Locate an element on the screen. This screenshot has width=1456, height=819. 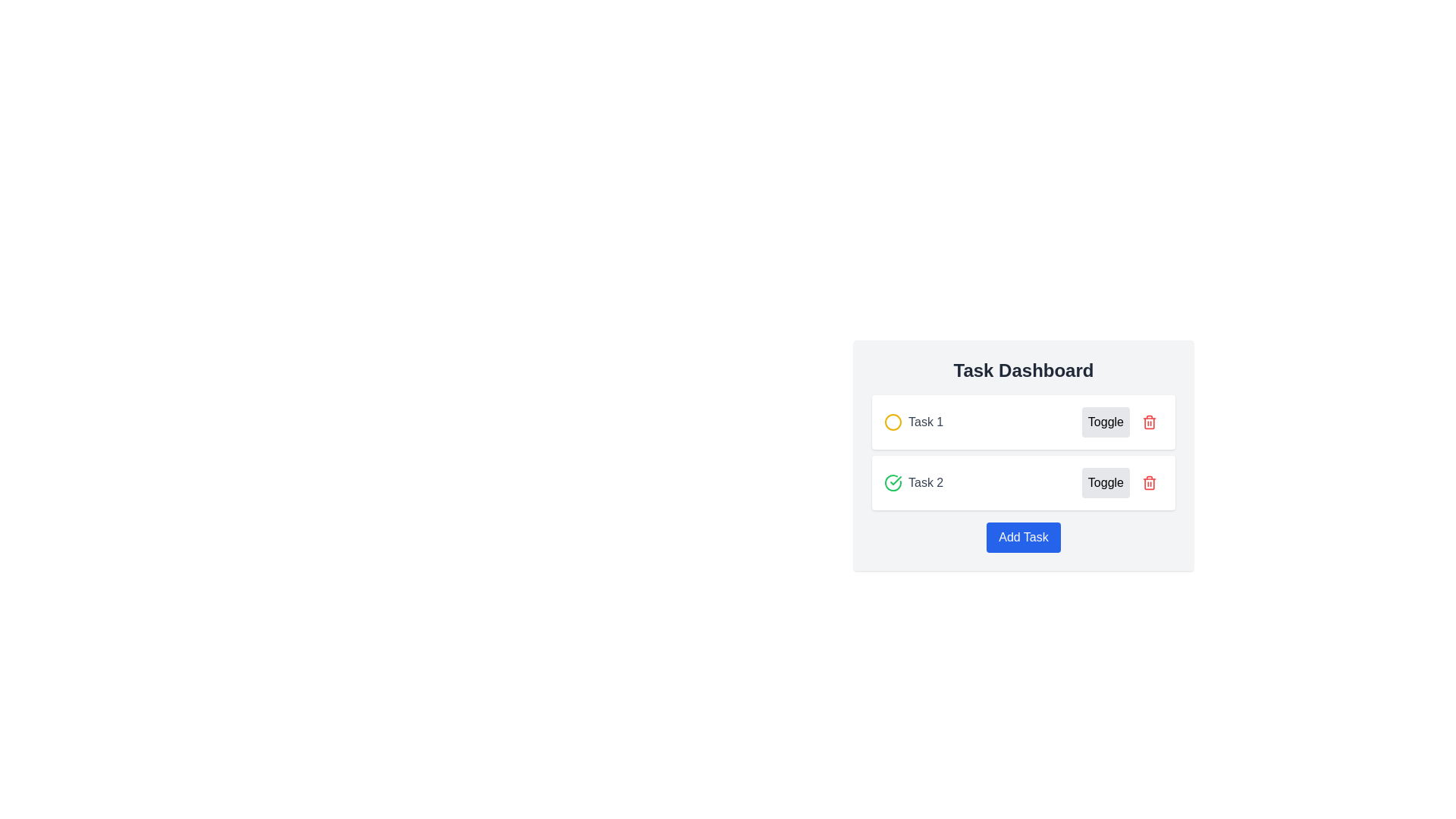
the red trash bin icon button located on the right side of the 'Toggle' elements in the task list for 'Task 1' is located at coordinates (1150, 422).